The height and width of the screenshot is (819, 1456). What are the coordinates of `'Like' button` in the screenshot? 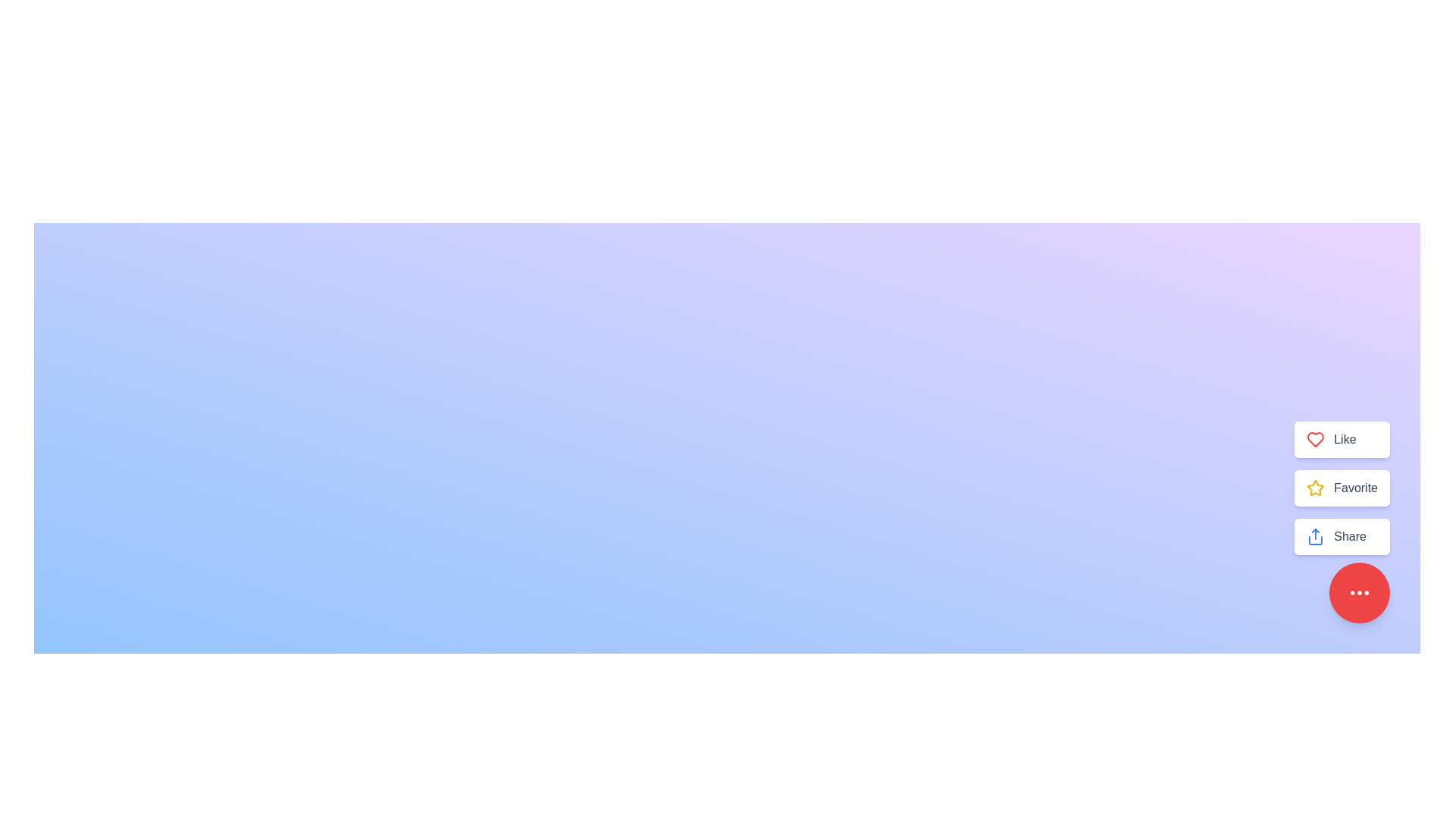 It's located at (1342, 439).